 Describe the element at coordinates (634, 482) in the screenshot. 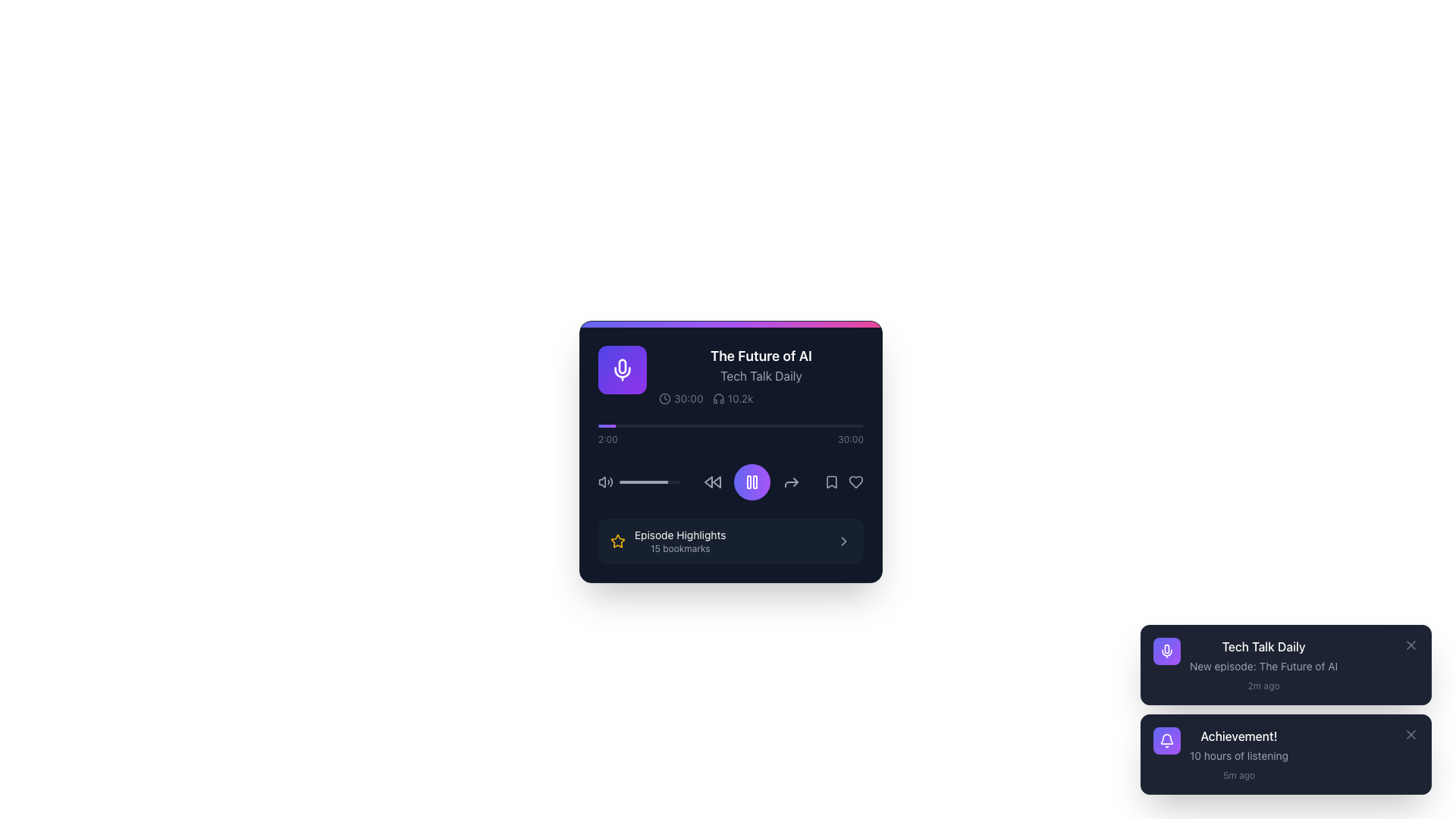

I see `the volume` at that location.